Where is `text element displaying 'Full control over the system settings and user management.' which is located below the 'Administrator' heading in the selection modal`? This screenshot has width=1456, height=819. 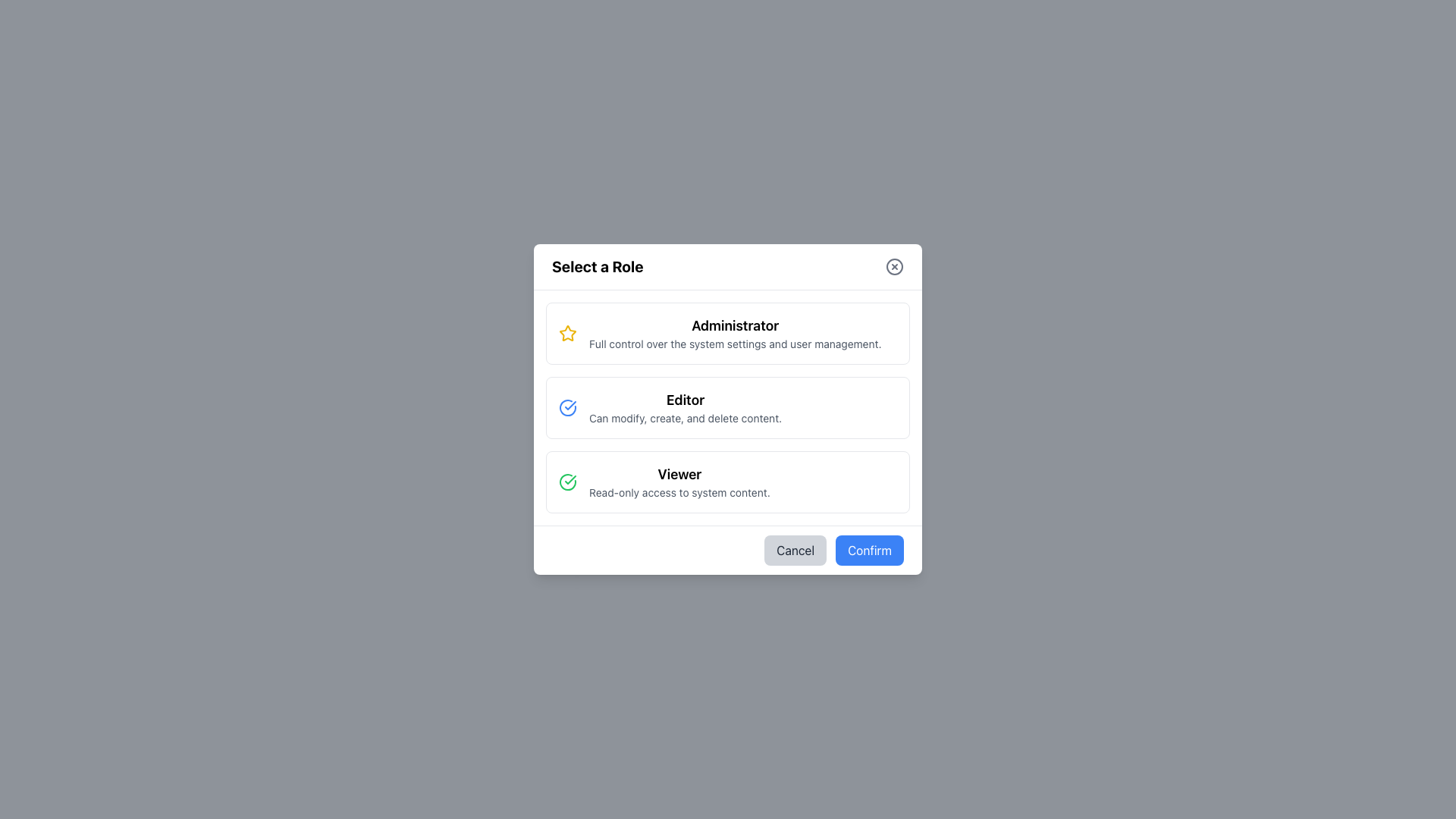
text element displaying 'Full control over the system settings and user management.' which is located below the 'Administrator' heading in the selection modal is located at coordinates (735, 344).